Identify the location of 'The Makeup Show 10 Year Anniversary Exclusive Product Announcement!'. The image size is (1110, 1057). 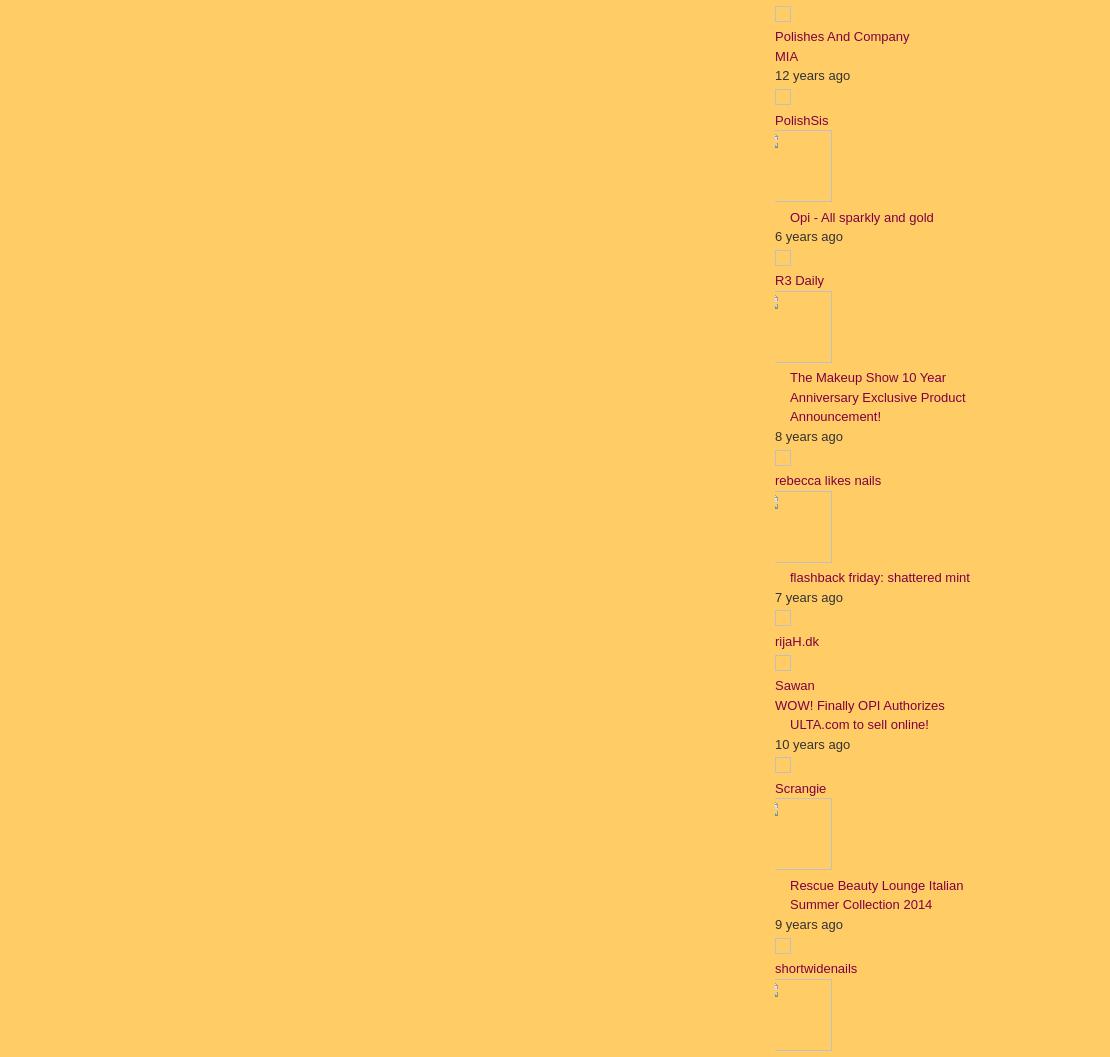
(876, 396).